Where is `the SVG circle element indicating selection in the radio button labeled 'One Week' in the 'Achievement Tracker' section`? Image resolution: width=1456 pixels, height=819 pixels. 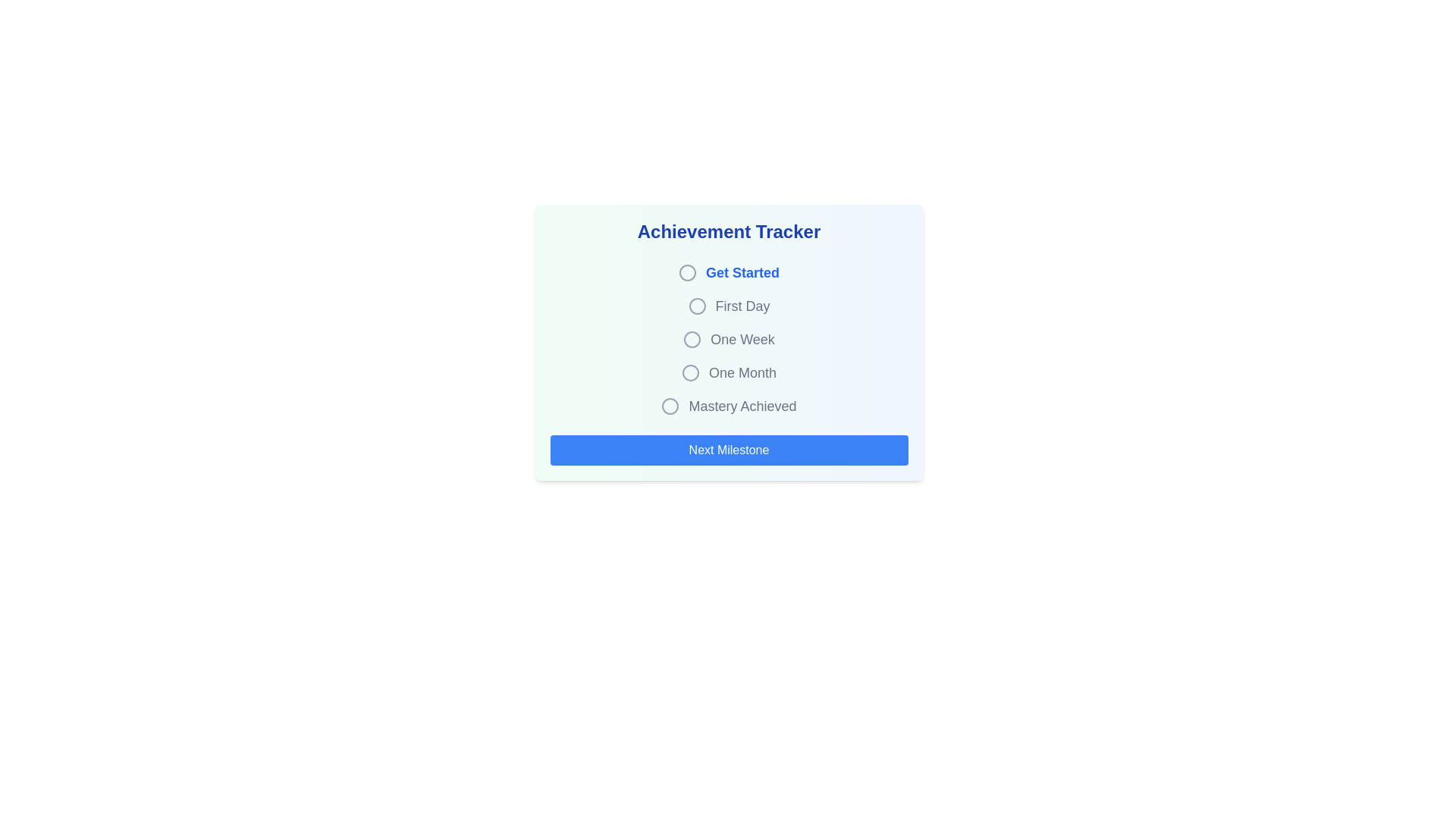 the SVG circle element indicating selection in the radio button labeled 'One Week' in the 'Achievement Tracker' section is located at coordinates (692, 338).